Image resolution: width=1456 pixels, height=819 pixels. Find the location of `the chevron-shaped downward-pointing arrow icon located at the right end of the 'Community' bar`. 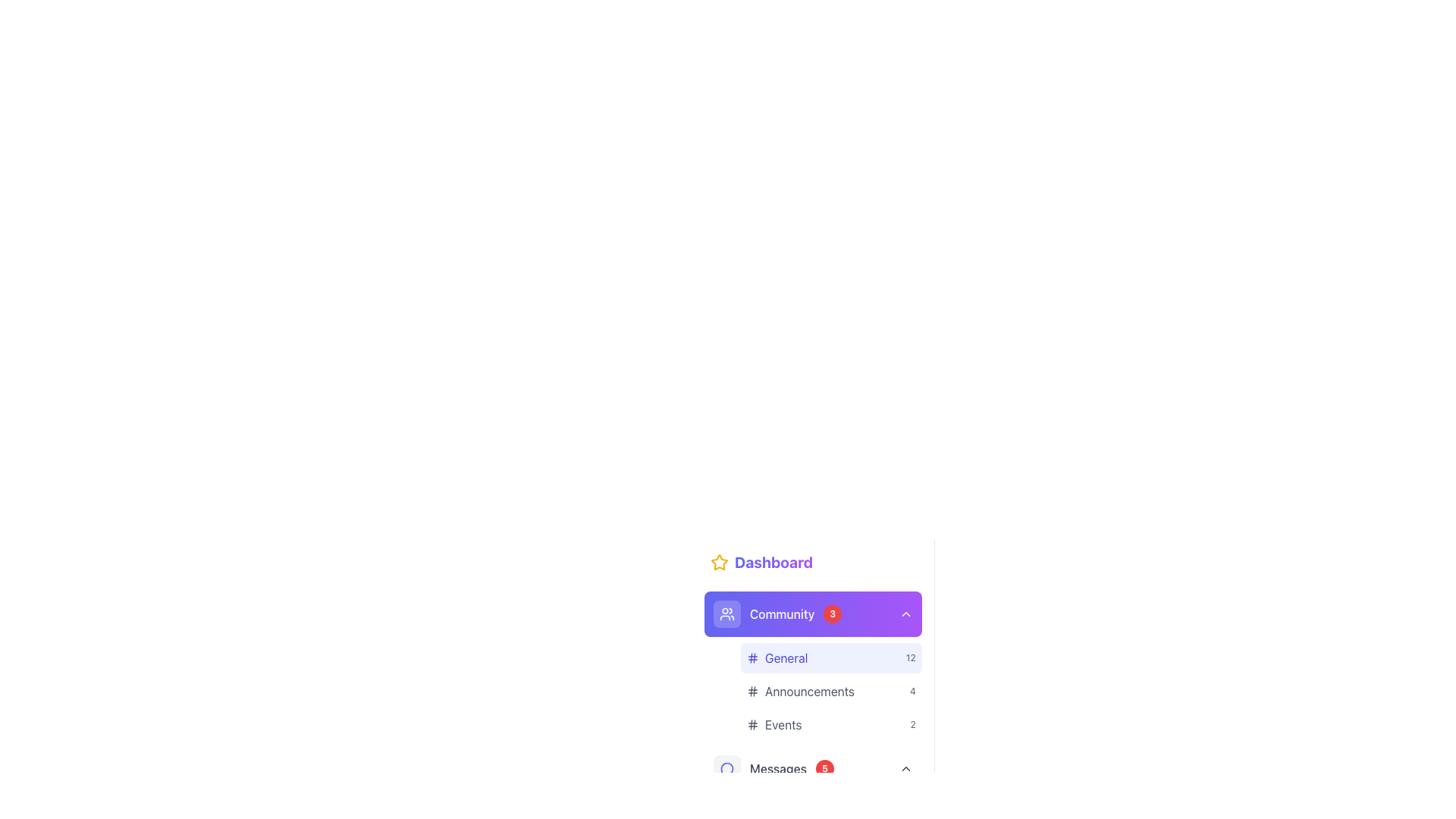

the chevron-shaped downward-pointing arrow icon located at the right end of the 'Community' bar is located at coordinates (906, 614).